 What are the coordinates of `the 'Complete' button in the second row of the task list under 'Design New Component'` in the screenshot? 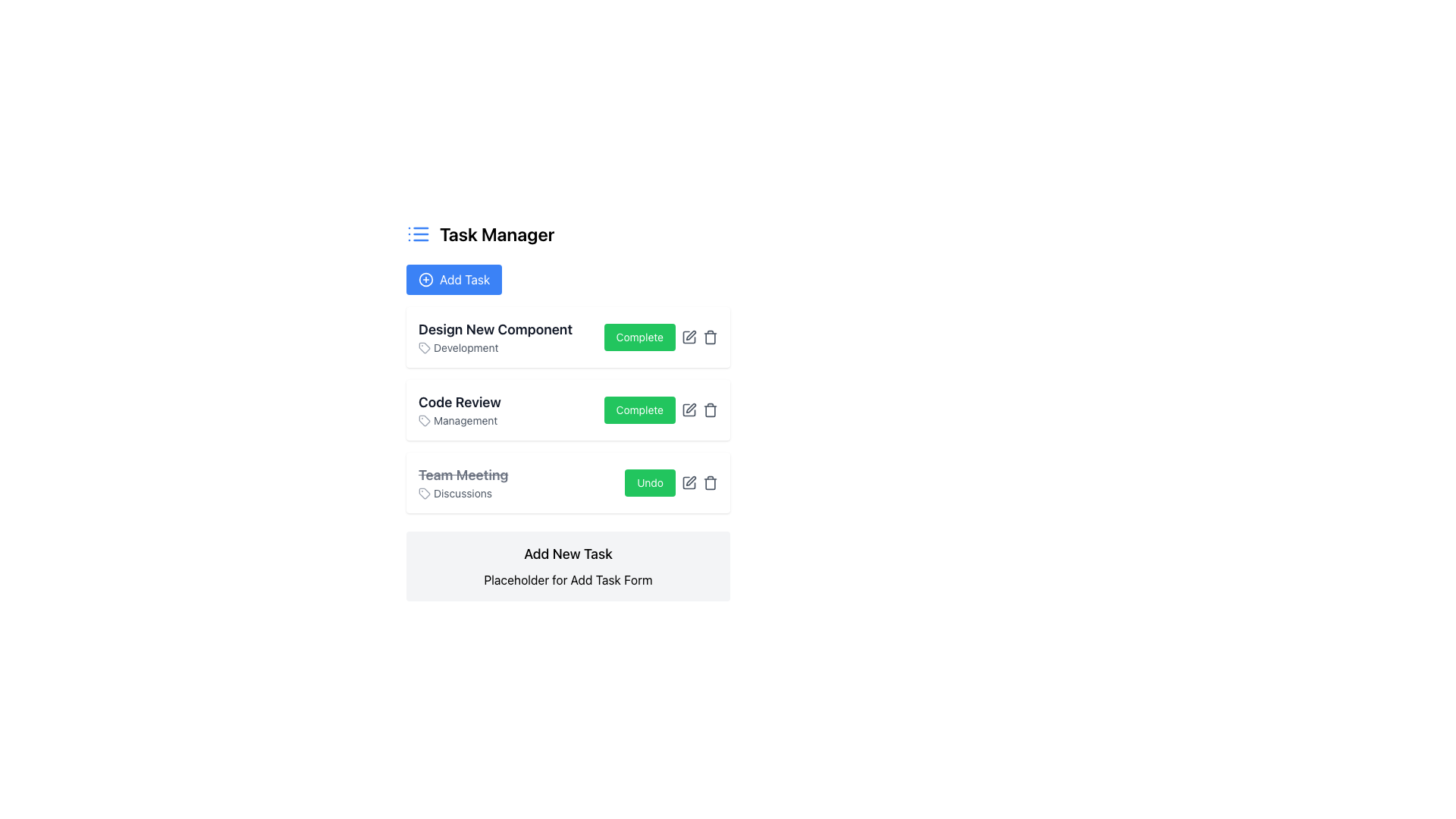 It's located at (639, 336).